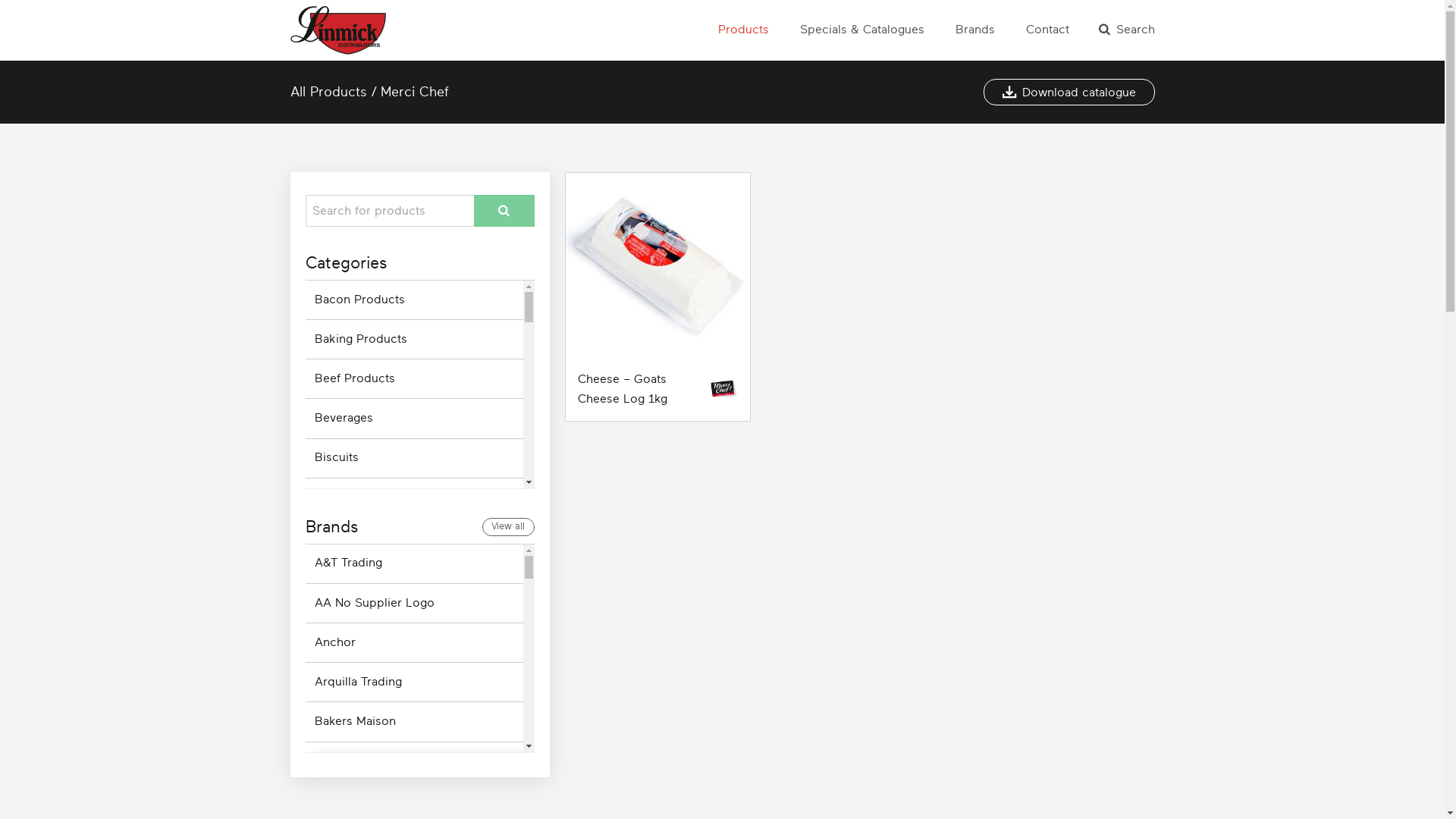 Image resolution: width=1456 pixels, height=819 pixels. Describe the element at coordinates (413, 655) in the screenshot. I see `'Chicken & Poultry'` at that location.